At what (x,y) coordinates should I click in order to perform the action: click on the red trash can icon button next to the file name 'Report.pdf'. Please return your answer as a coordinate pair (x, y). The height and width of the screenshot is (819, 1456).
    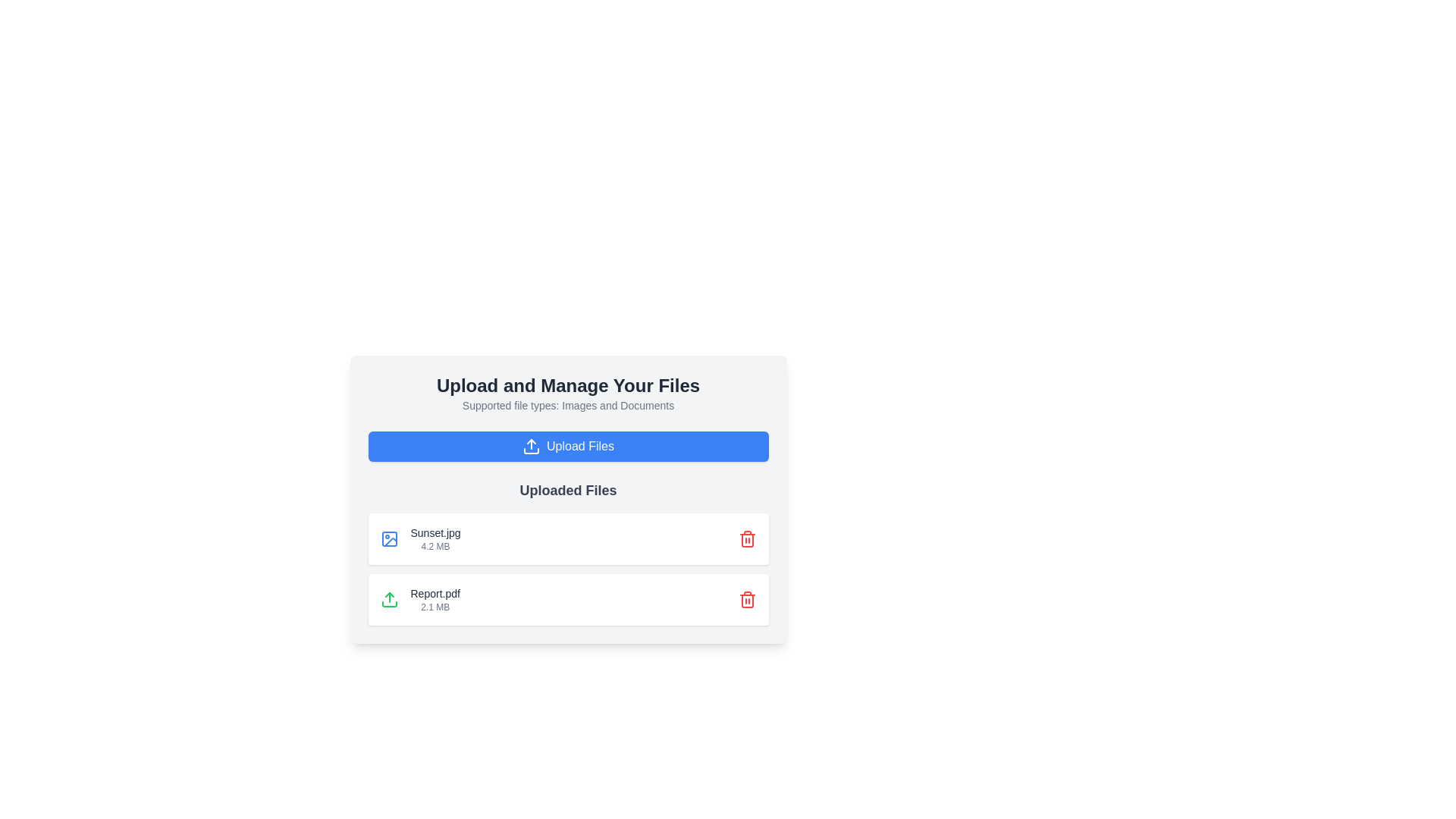
    Looking at the image, I should click on (747, 598).